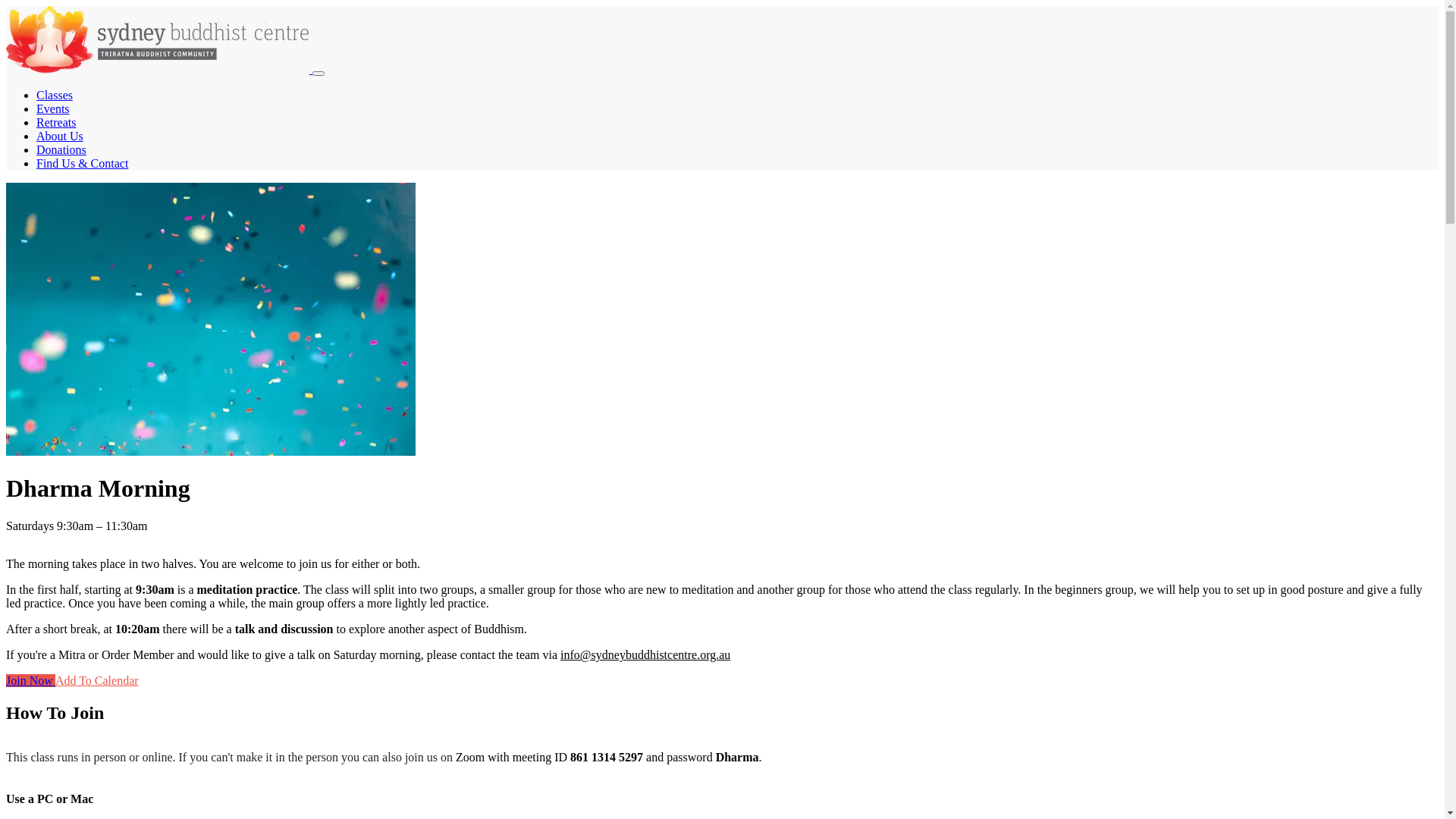 The width and height of the screenshot is (1456, 819). What do you see at coordinates (30, 679) in the screenshot?
I see `'Join Now'` at bounding box center [30, 679].